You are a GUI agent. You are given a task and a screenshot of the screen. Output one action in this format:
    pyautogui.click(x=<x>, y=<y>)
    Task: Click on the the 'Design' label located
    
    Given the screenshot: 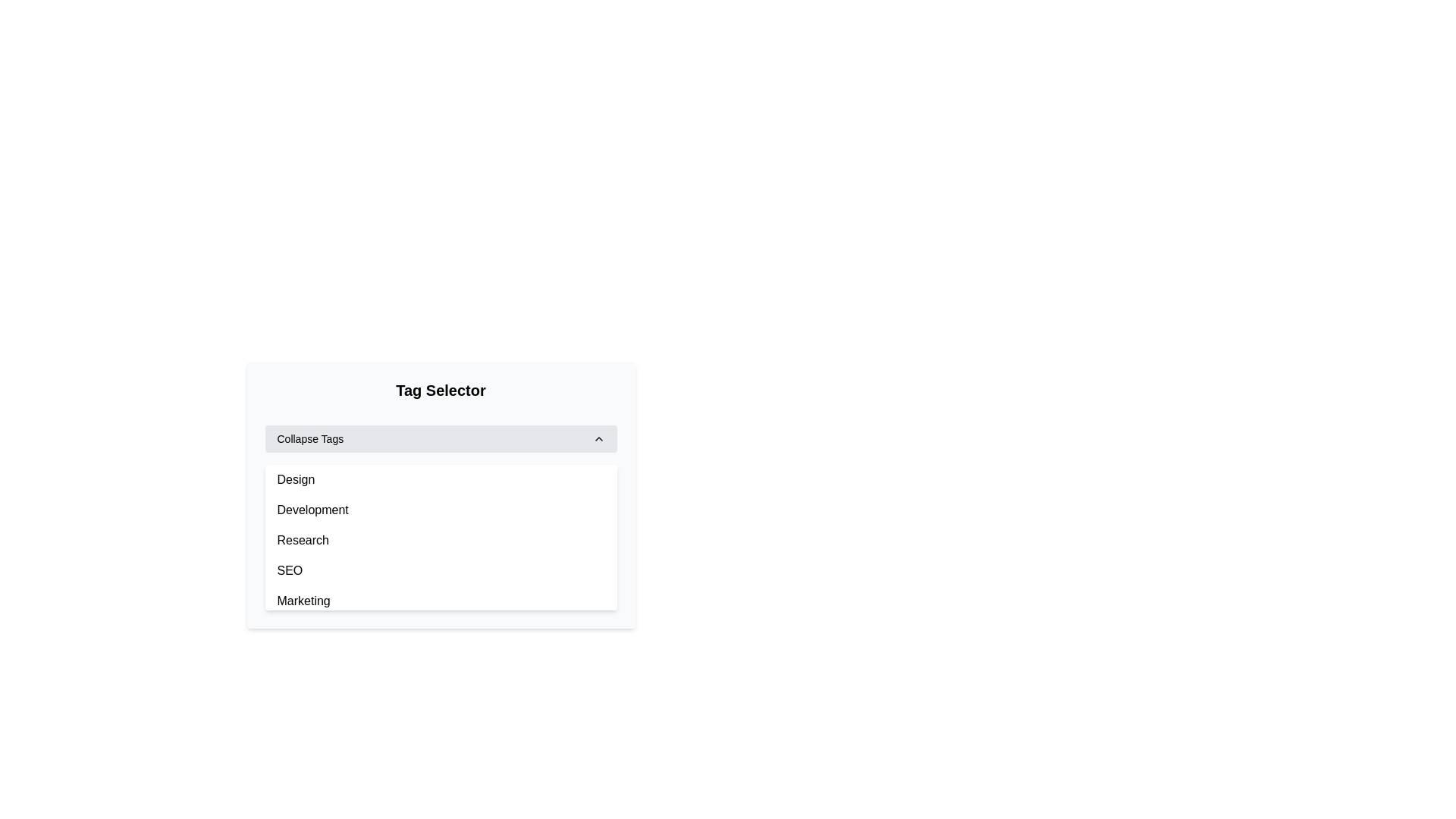 What is the action you would take?
    pyautogui.click(x=296, y=479)
    